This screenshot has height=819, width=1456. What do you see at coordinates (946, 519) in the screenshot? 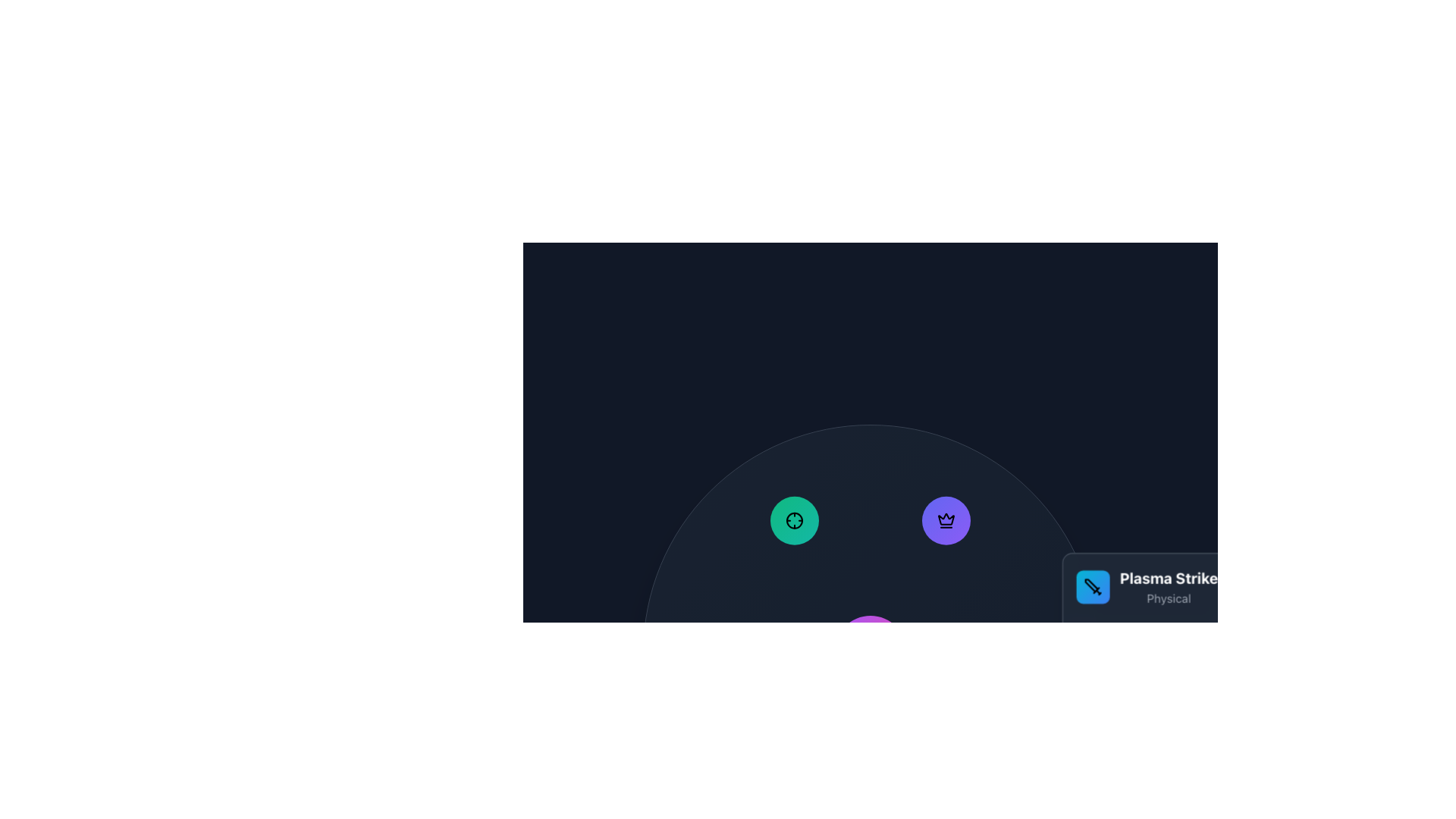
I see `the circular button with a gradient background and a crown-shaped icon` at bounding box center [946, 519].